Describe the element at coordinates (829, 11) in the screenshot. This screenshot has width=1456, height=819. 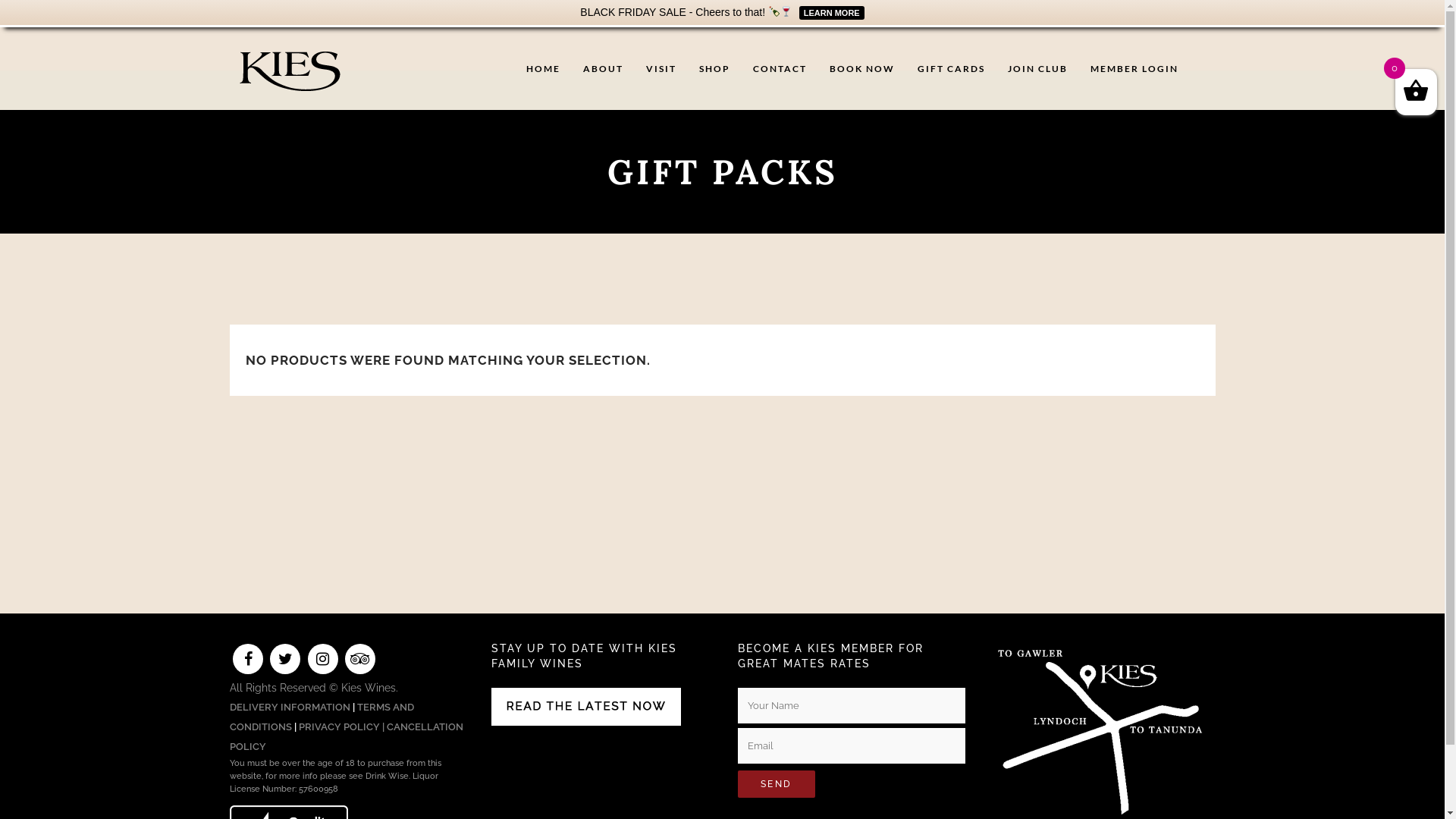
I see `'LEARN MORE'` at that location.